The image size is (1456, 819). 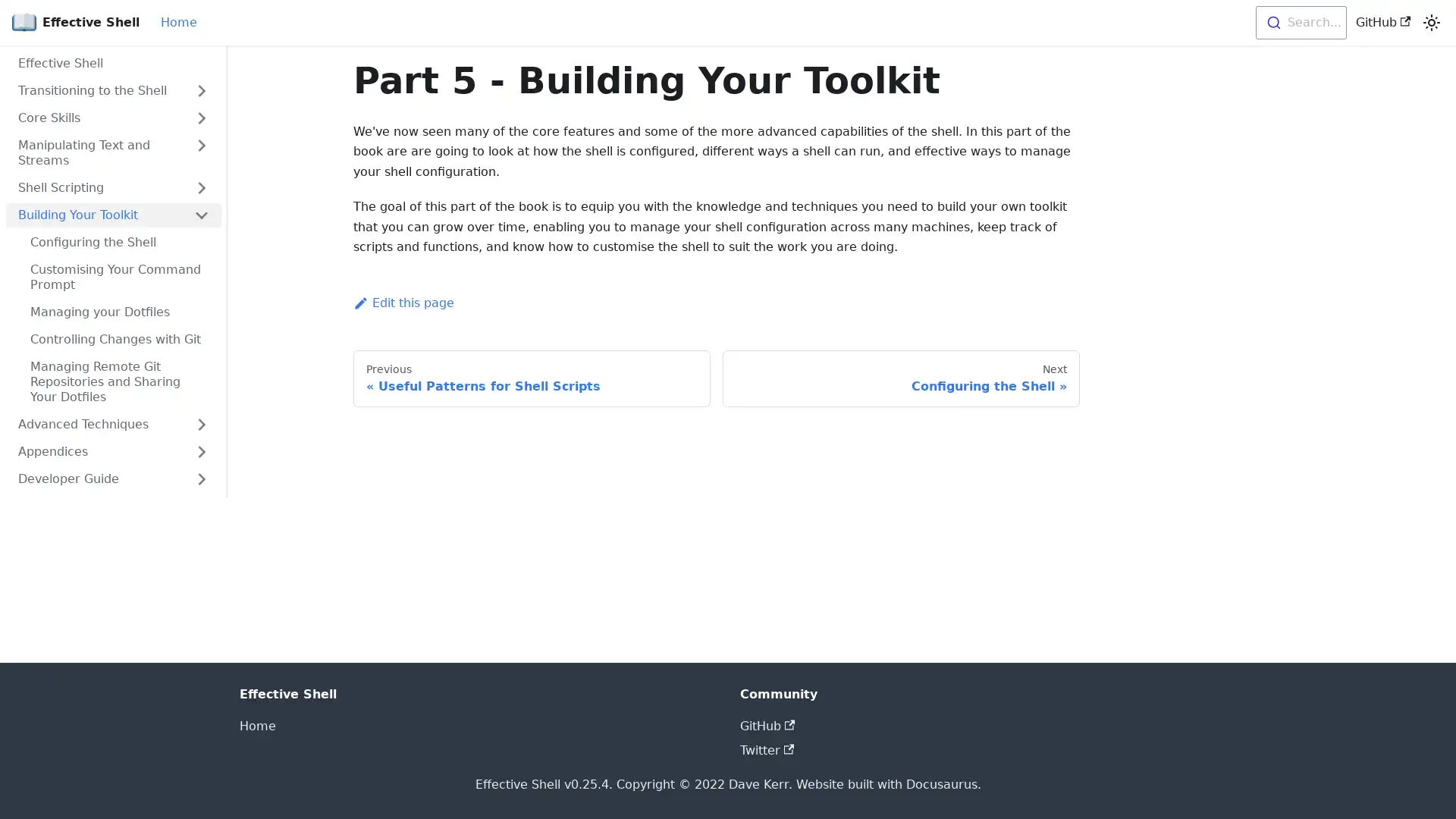 I want to click on Toggle the collapsible sidebar category 'Shell Scripting', so click(x=200, y=187).